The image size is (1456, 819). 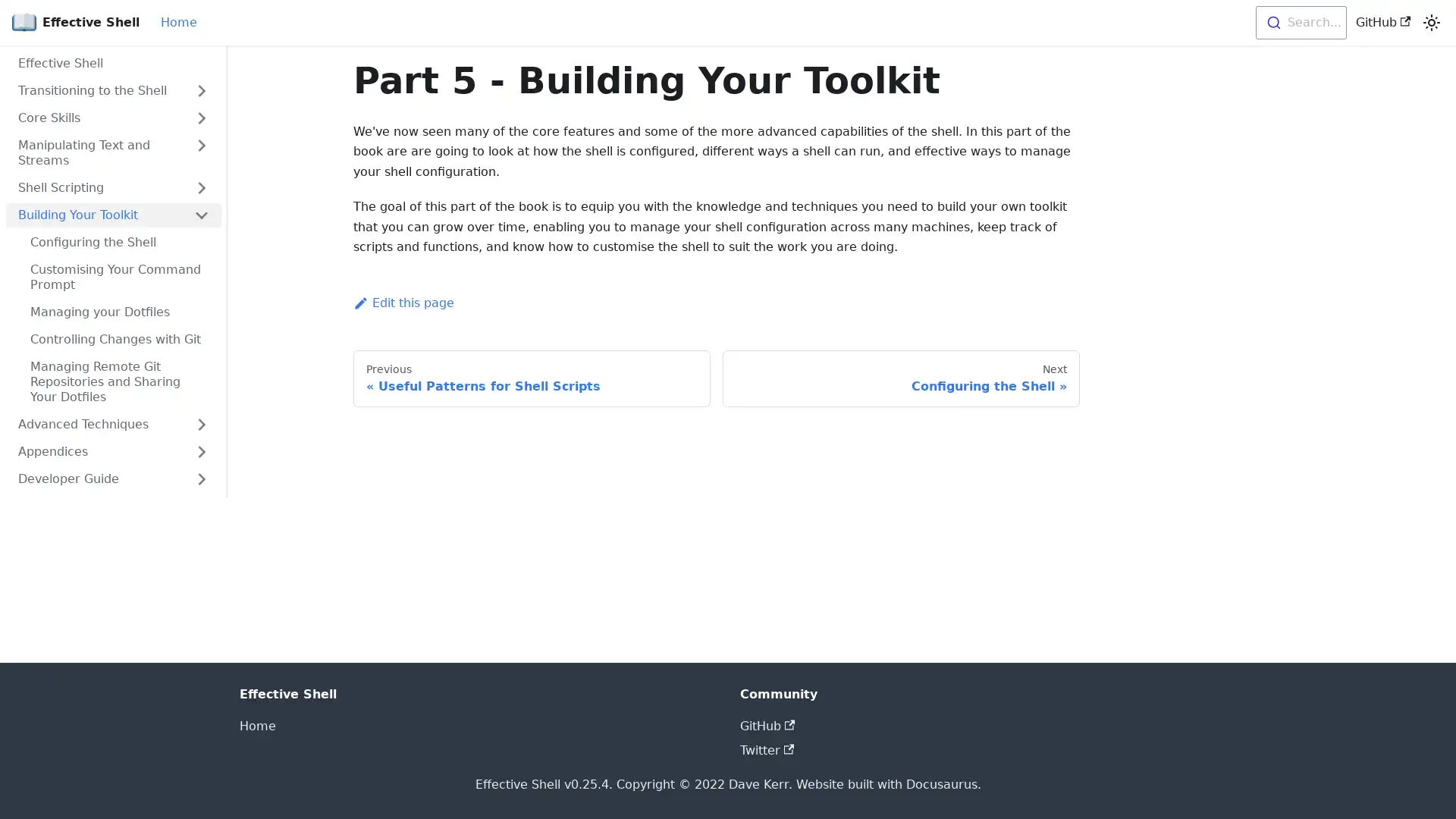 I want to click on Toggle the collapsible sidebar category 'Shell Scripting', so click(x=200, y=187).